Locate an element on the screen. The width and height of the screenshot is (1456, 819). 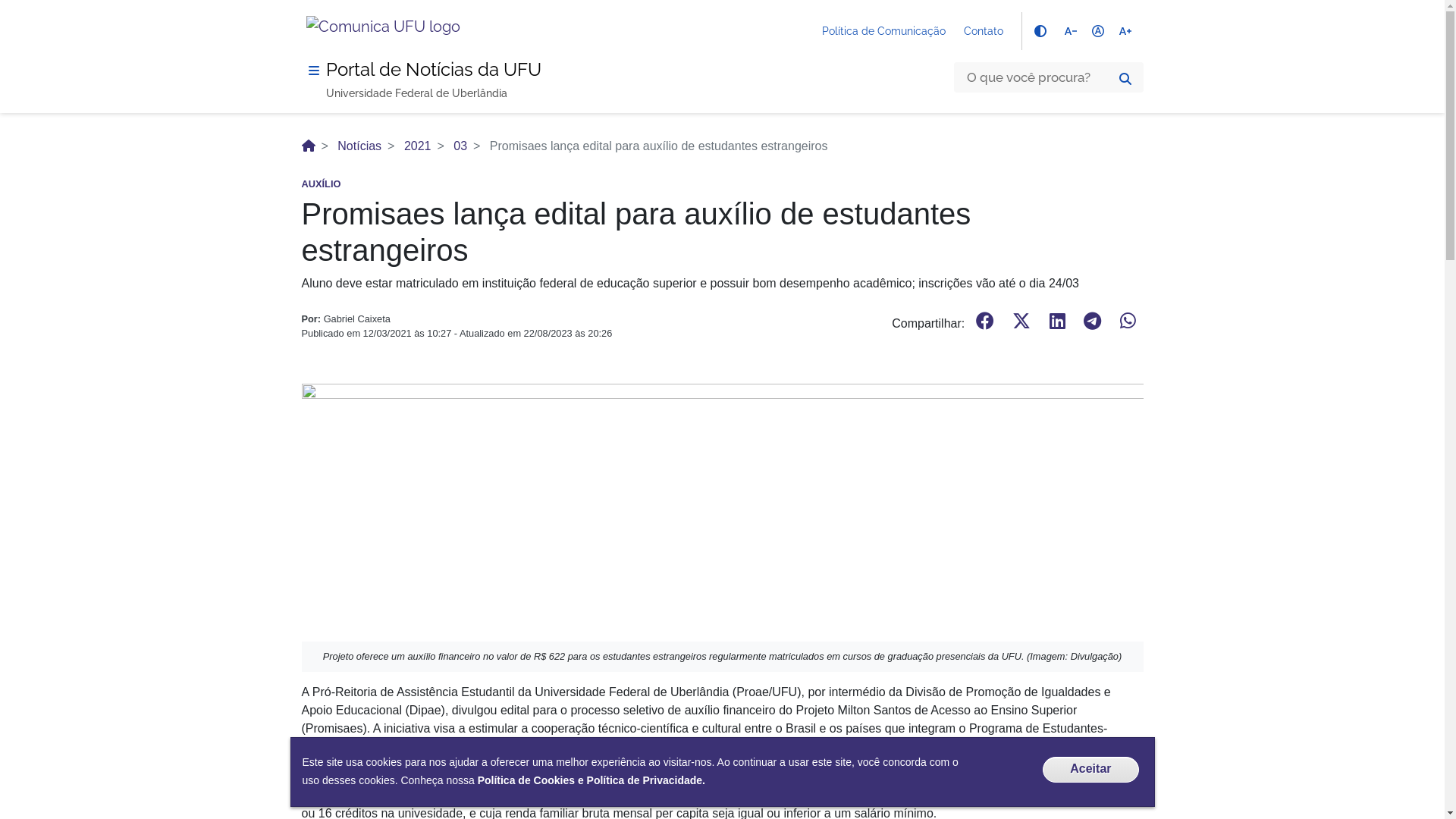
'Aceitar' is located at coordinates (1090, 769).